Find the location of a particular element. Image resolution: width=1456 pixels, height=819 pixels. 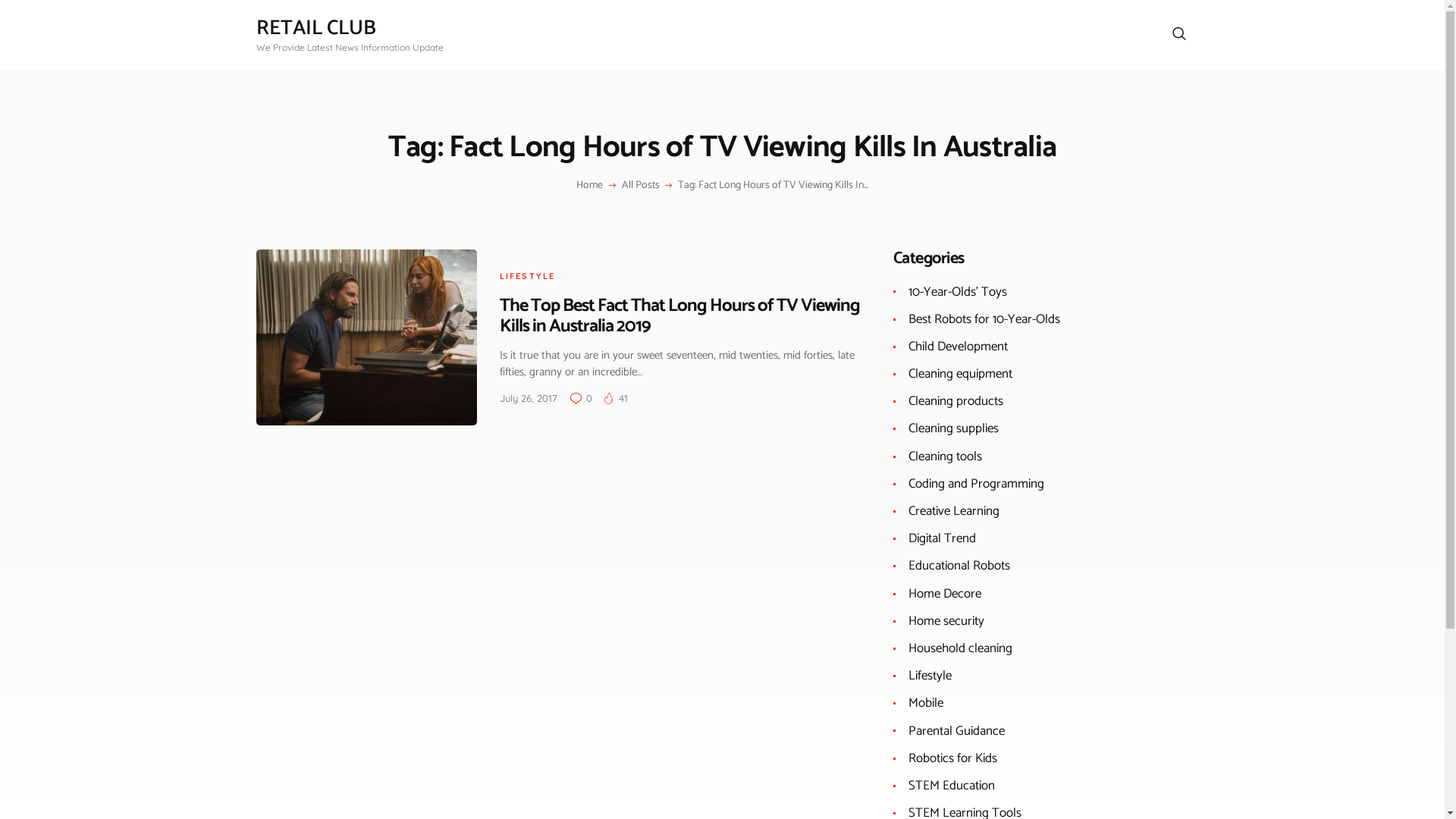

'Cleaning tools' is located at coordinates (944, 455).